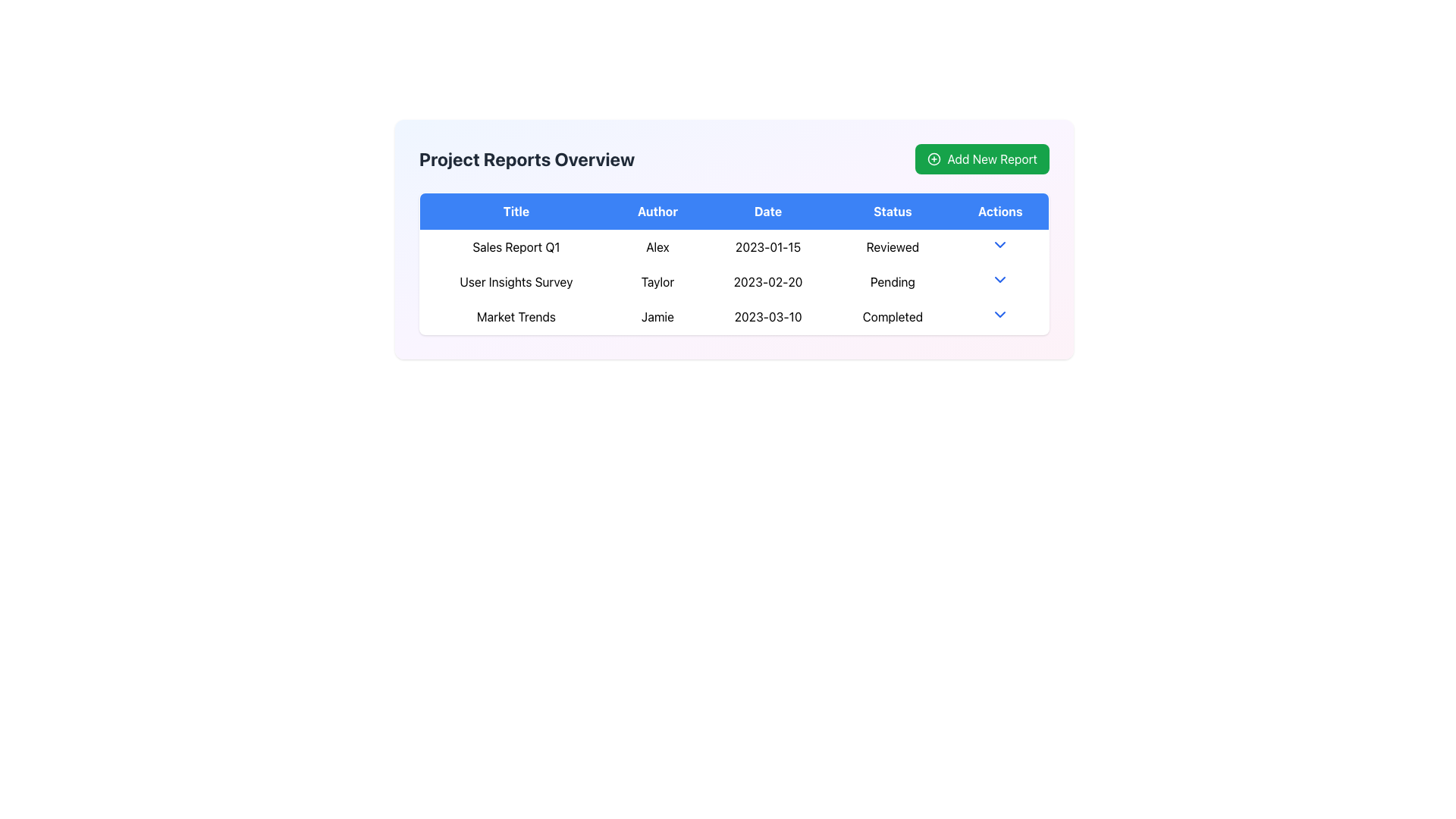 The image size is (1456, 819). I want to click on the 'Status' column header in the data table, which is the fourth column in the sequence of headers 'Title', 'Author', 'Date', 'Status', and 'Actions', so click(893, 211).